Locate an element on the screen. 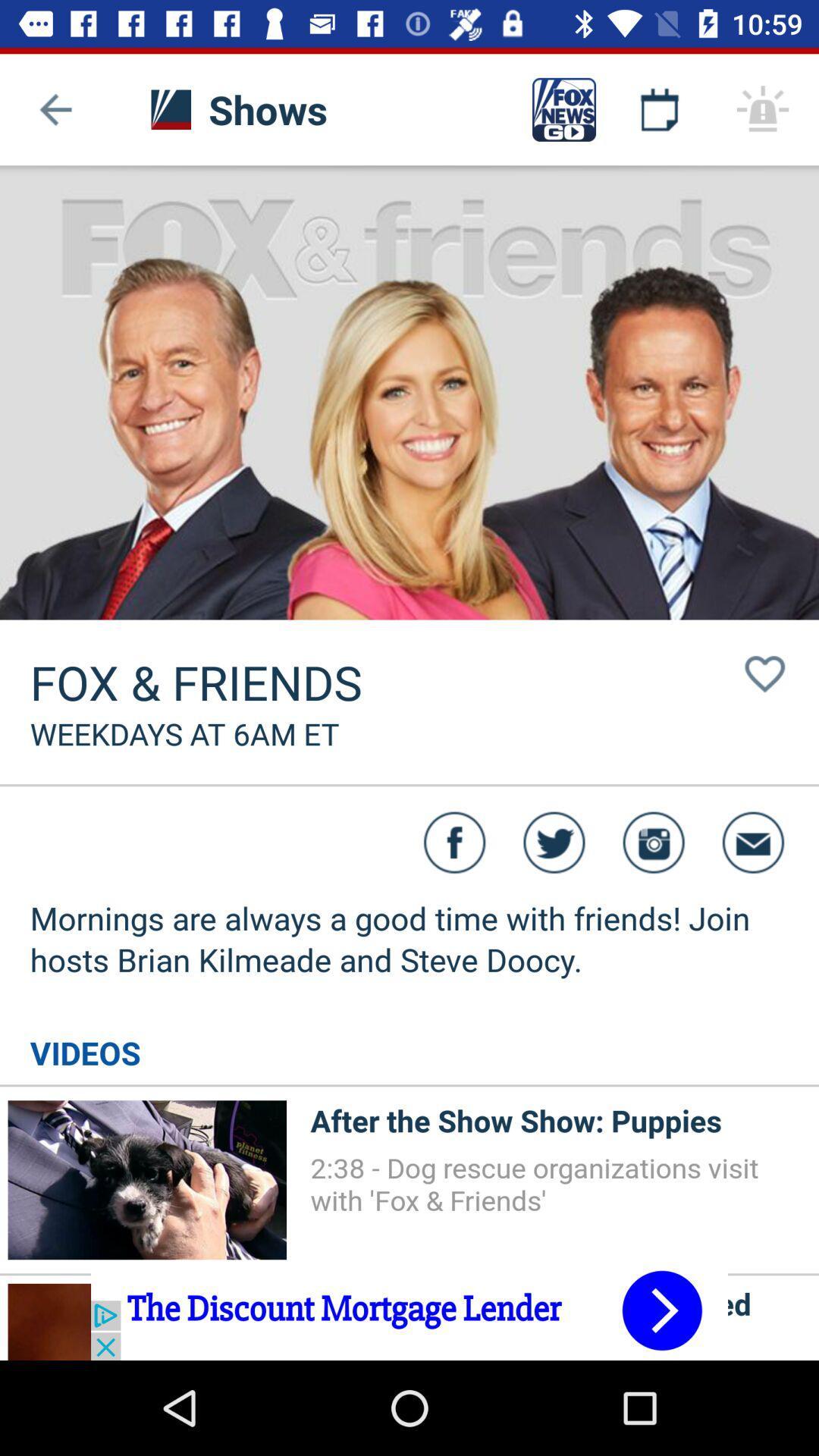 The width and height of the screenshot is (819, 1456). the icon which is beside the fox news go icon is located at coordinates (659, 108).